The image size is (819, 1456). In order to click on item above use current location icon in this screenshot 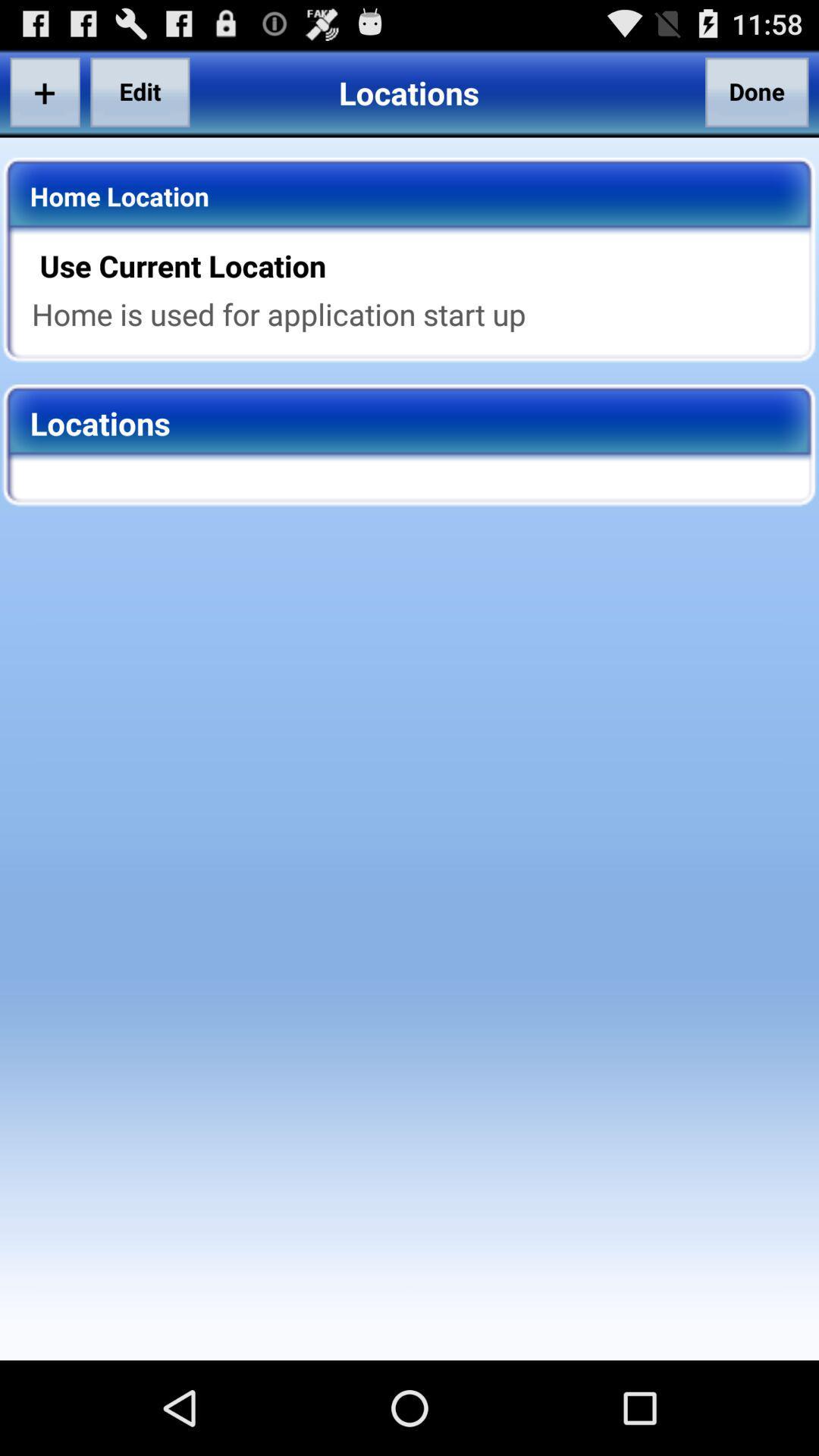, I will do `click(757, 91)`.